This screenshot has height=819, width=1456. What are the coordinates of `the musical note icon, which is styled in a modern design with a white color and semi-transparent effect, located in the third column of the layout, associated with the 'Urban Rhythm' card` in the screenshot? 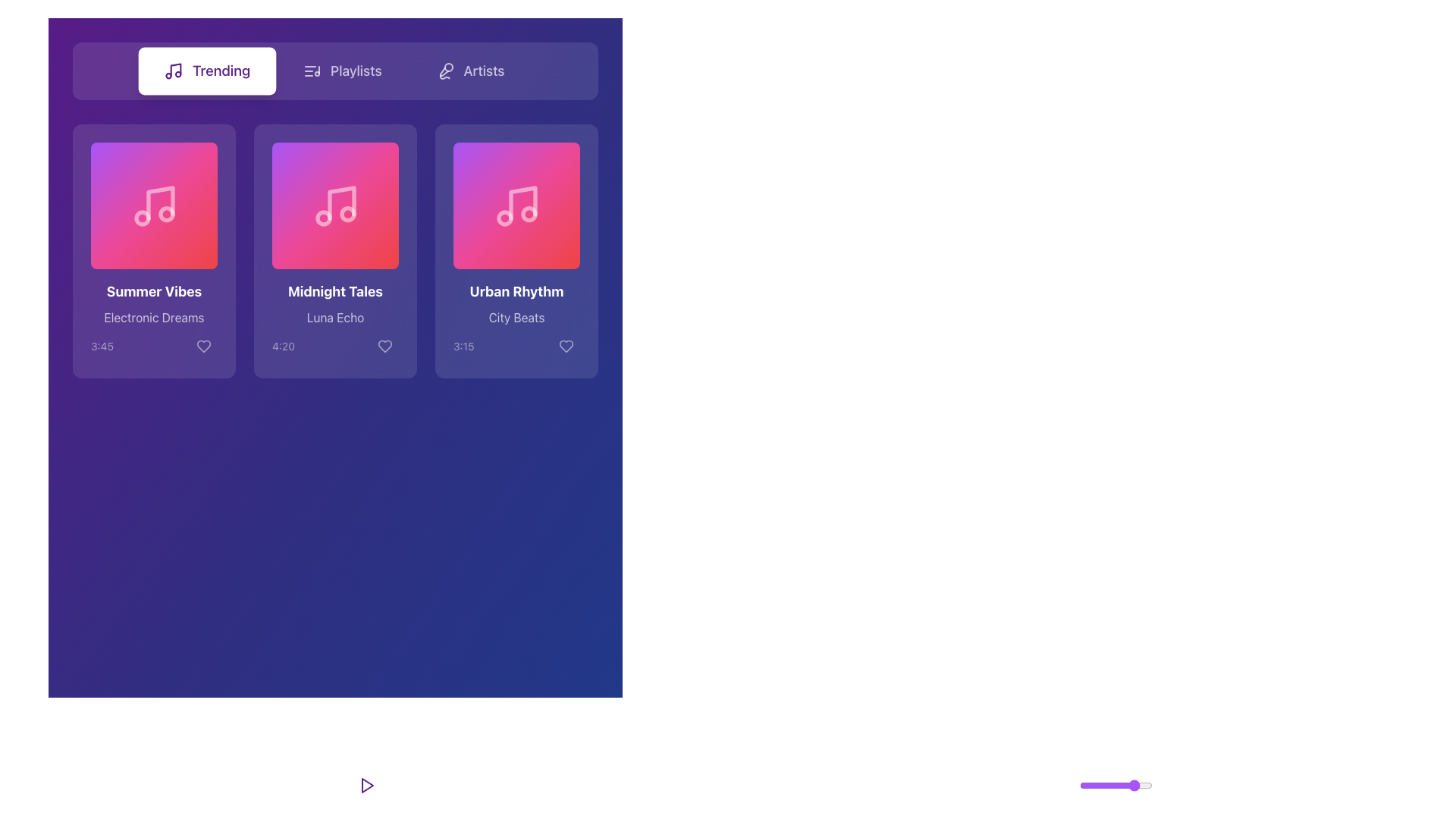 It's located at (516, 206).